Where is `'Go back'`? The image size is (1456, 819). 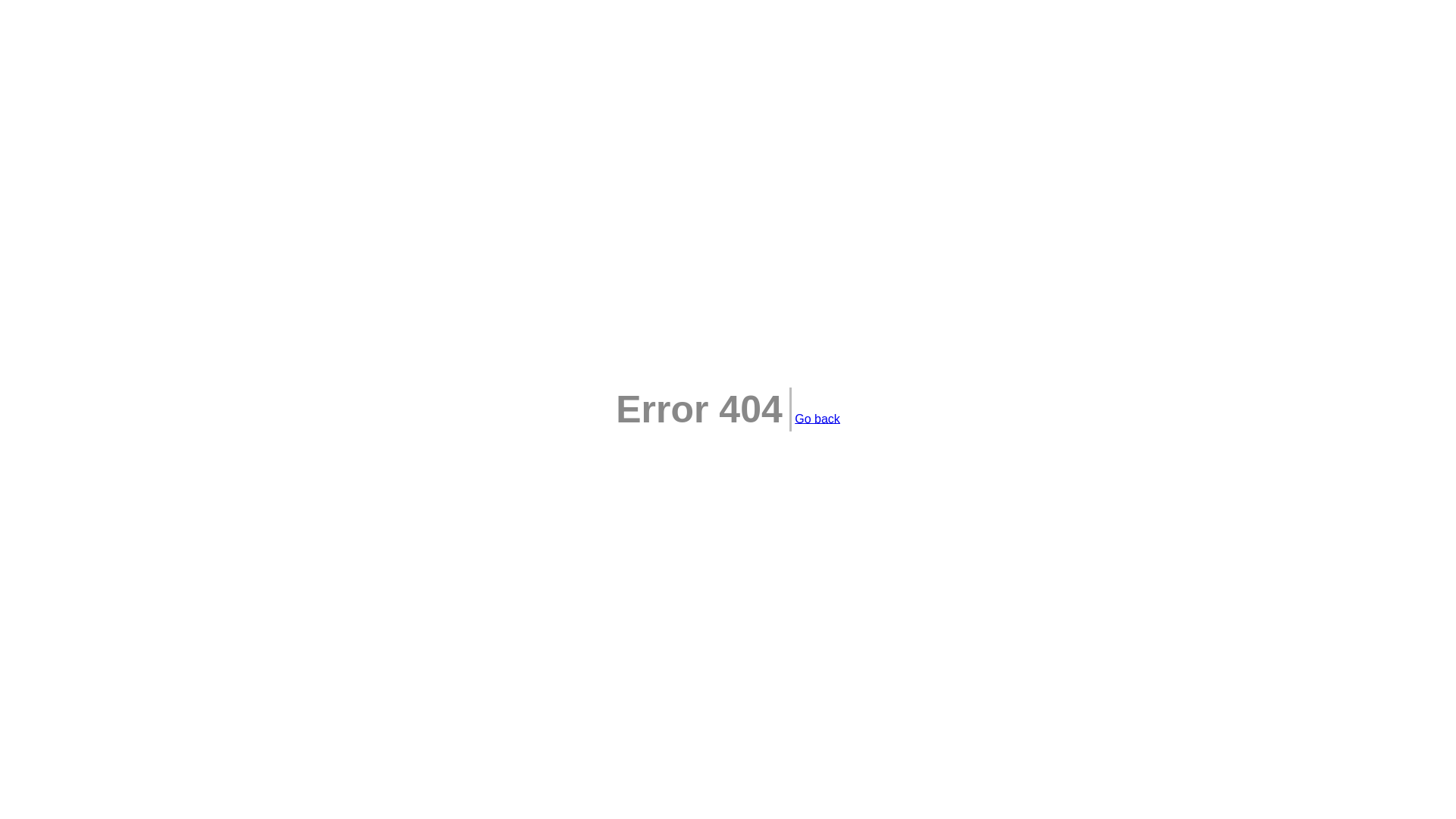
'Go back' is located at coordinates (793, 418).